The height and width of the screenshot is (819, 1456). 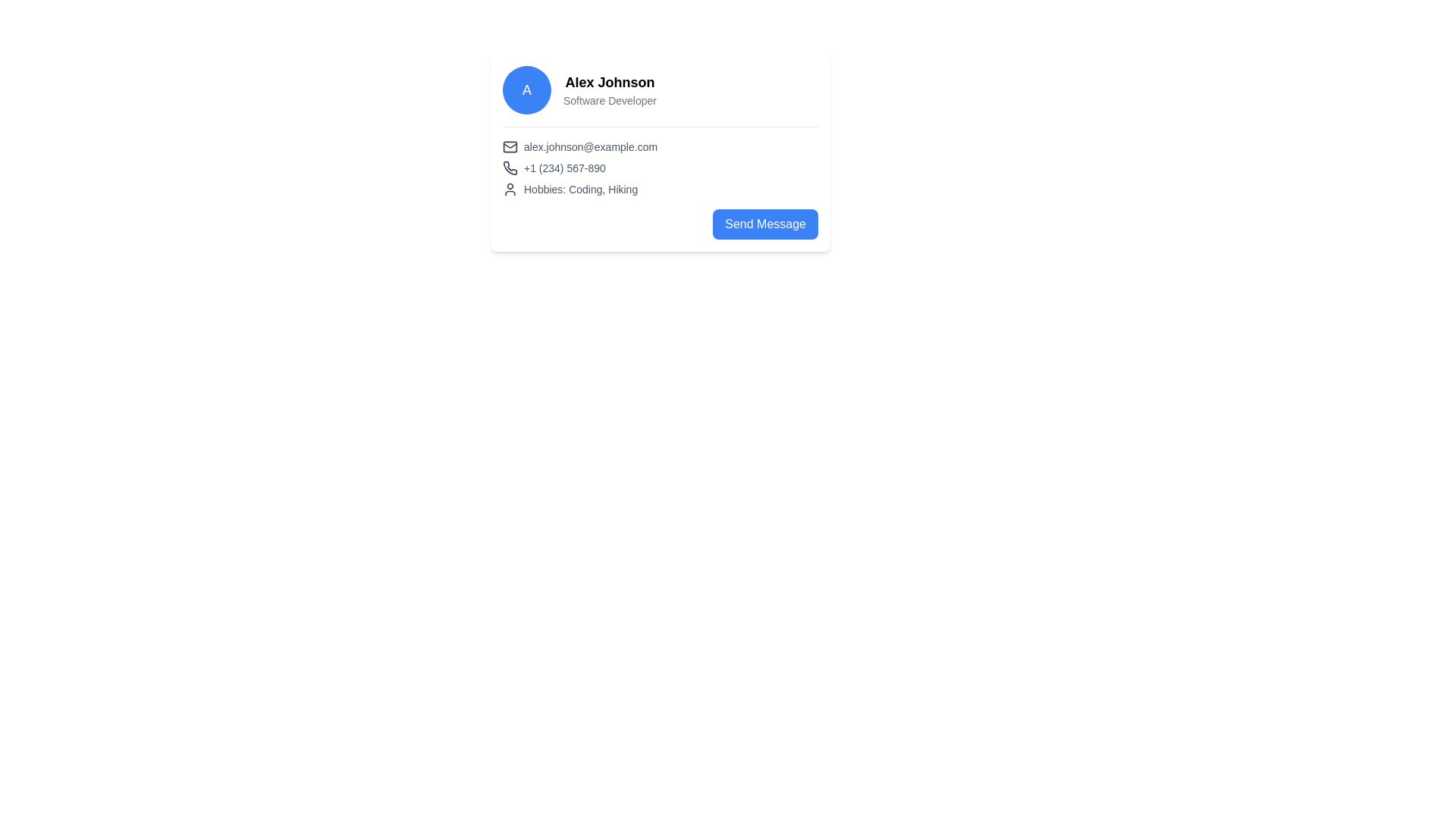 What do you see at coordinates (563, 168) in the screenshot?
I see `the static text element displaying the phone number, which is styled in gray font and aligned to the left, located between the email address and hobbies text` at bounding box center [563, 168].